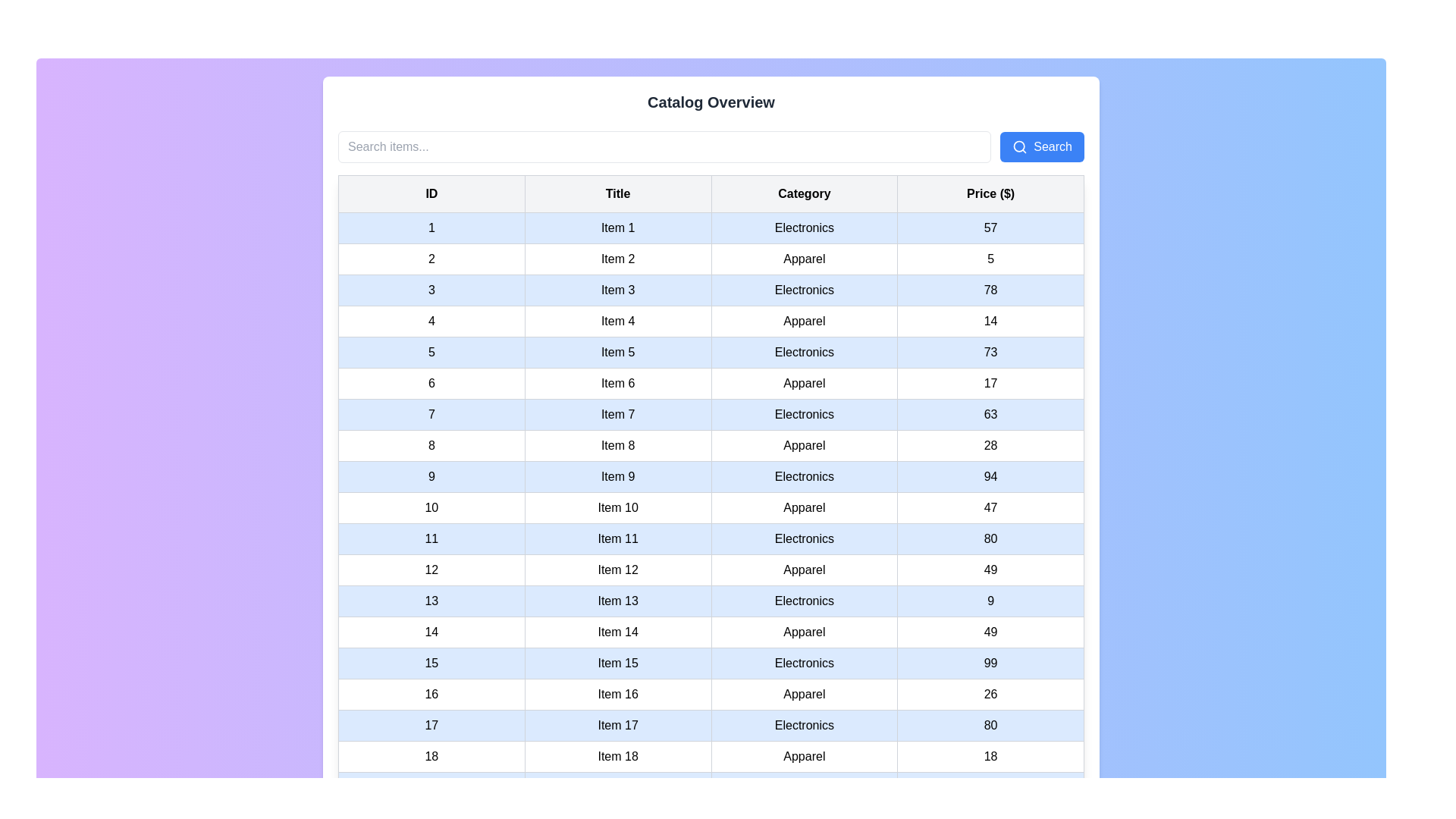 Image resolution: width=1456 pixels, height=819 pixels. I want to click on the leftmost table cell displaying the identifier '14' in the first column labeled 'ID', so click(431, 632).